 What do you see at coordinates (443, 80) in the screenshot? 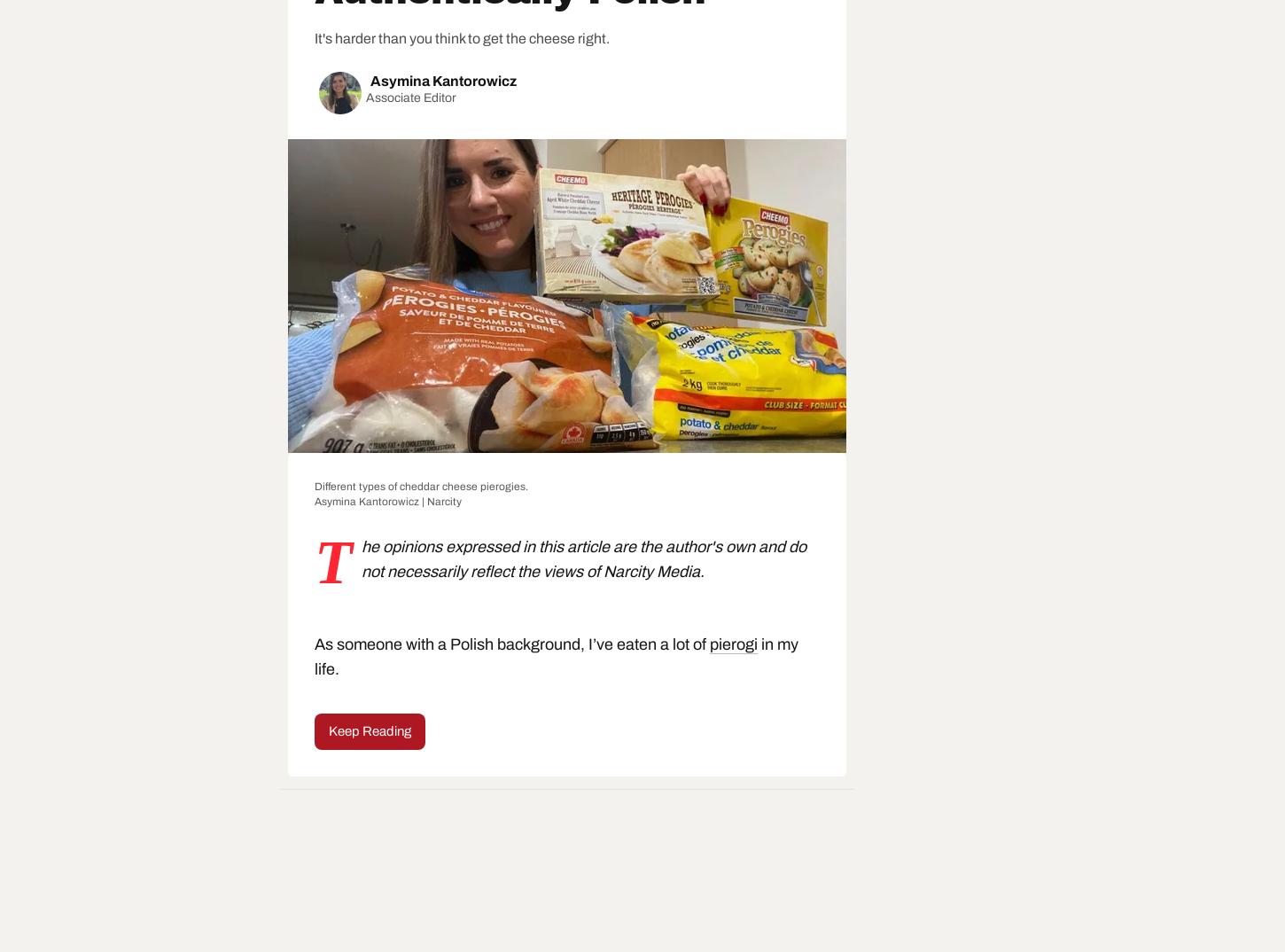
I see `'Asymina Kantorowicz'` at bounding box center [443, 80].